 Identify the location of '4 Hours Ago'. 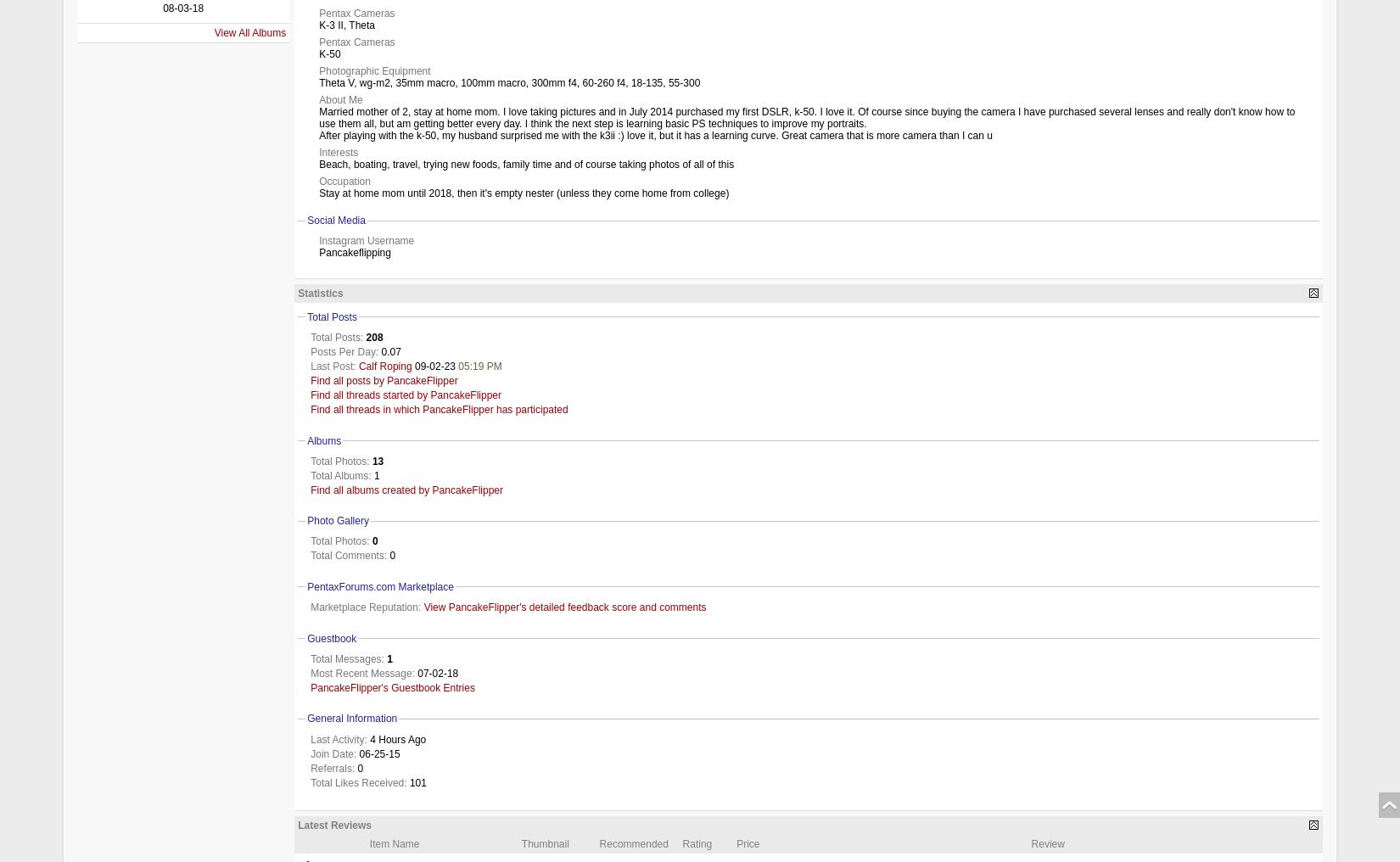
(395, 739).